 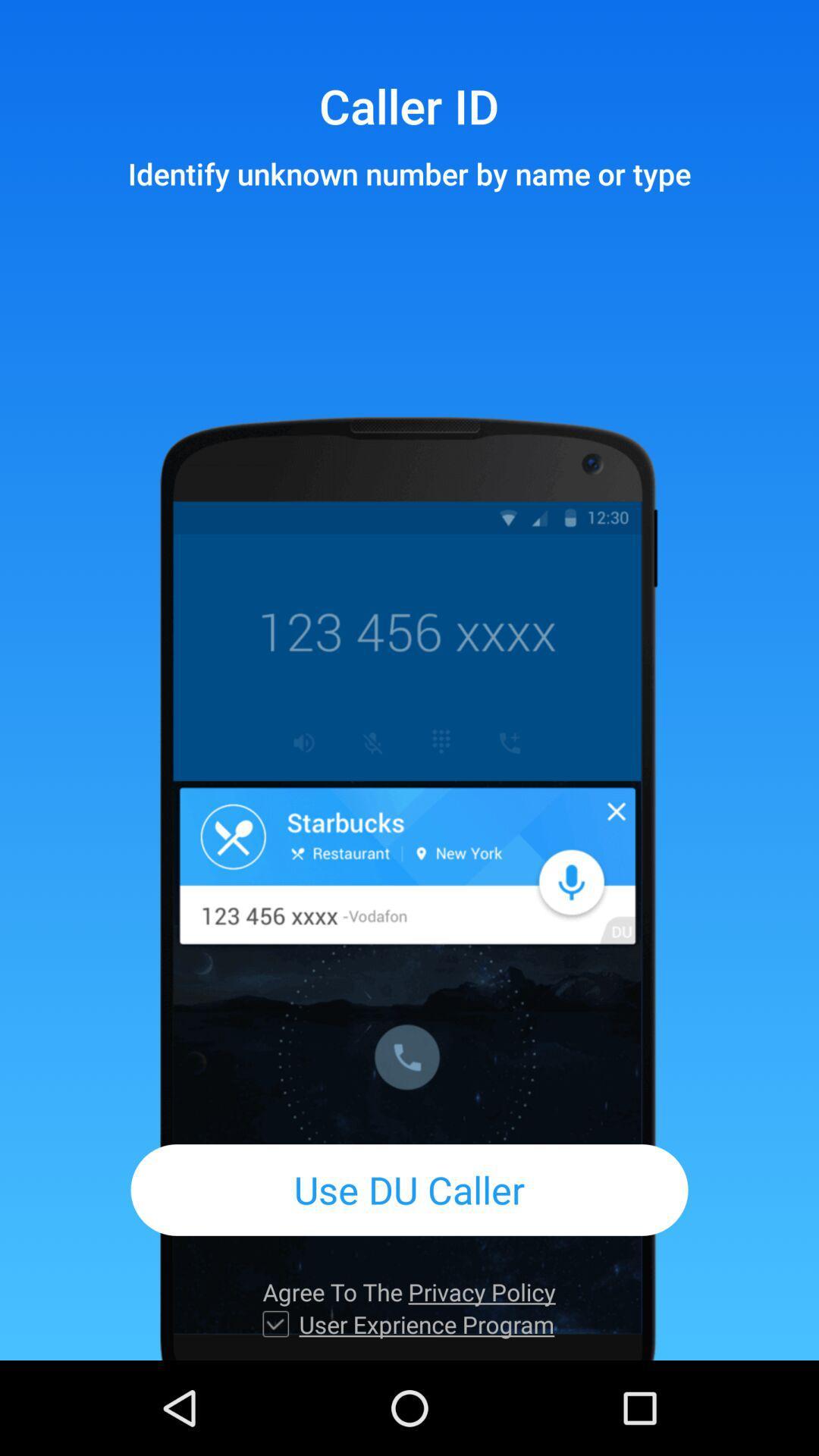 I want to click on the app below agree to the item, so click(x=426, y=1323).